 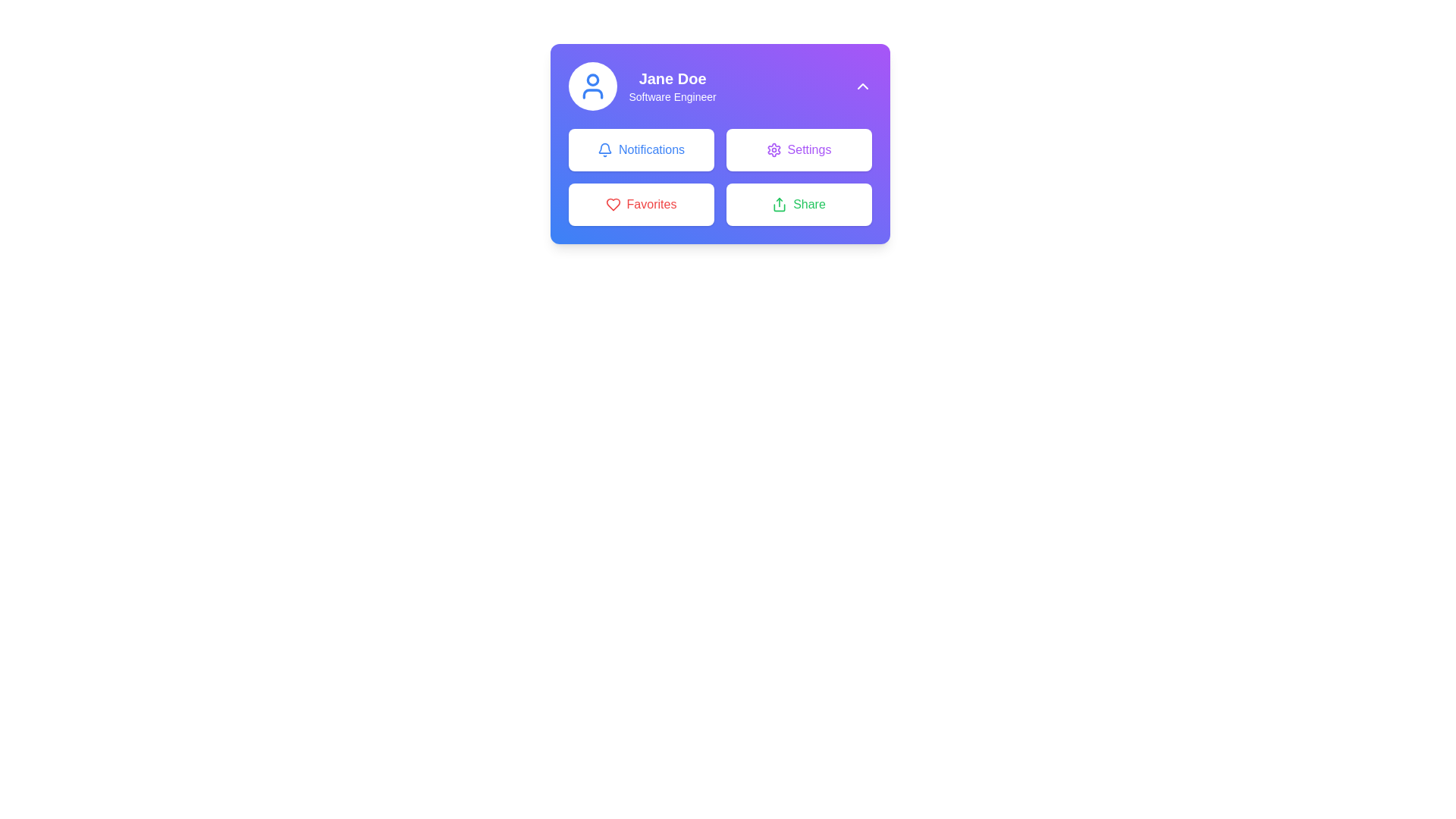 What do you see at coordinates (641, 149) in the screenshot?
I see `the notifications button located in the first row and first column of the grid layout, which has a gradient purple background` at bounding box center [641, 149].